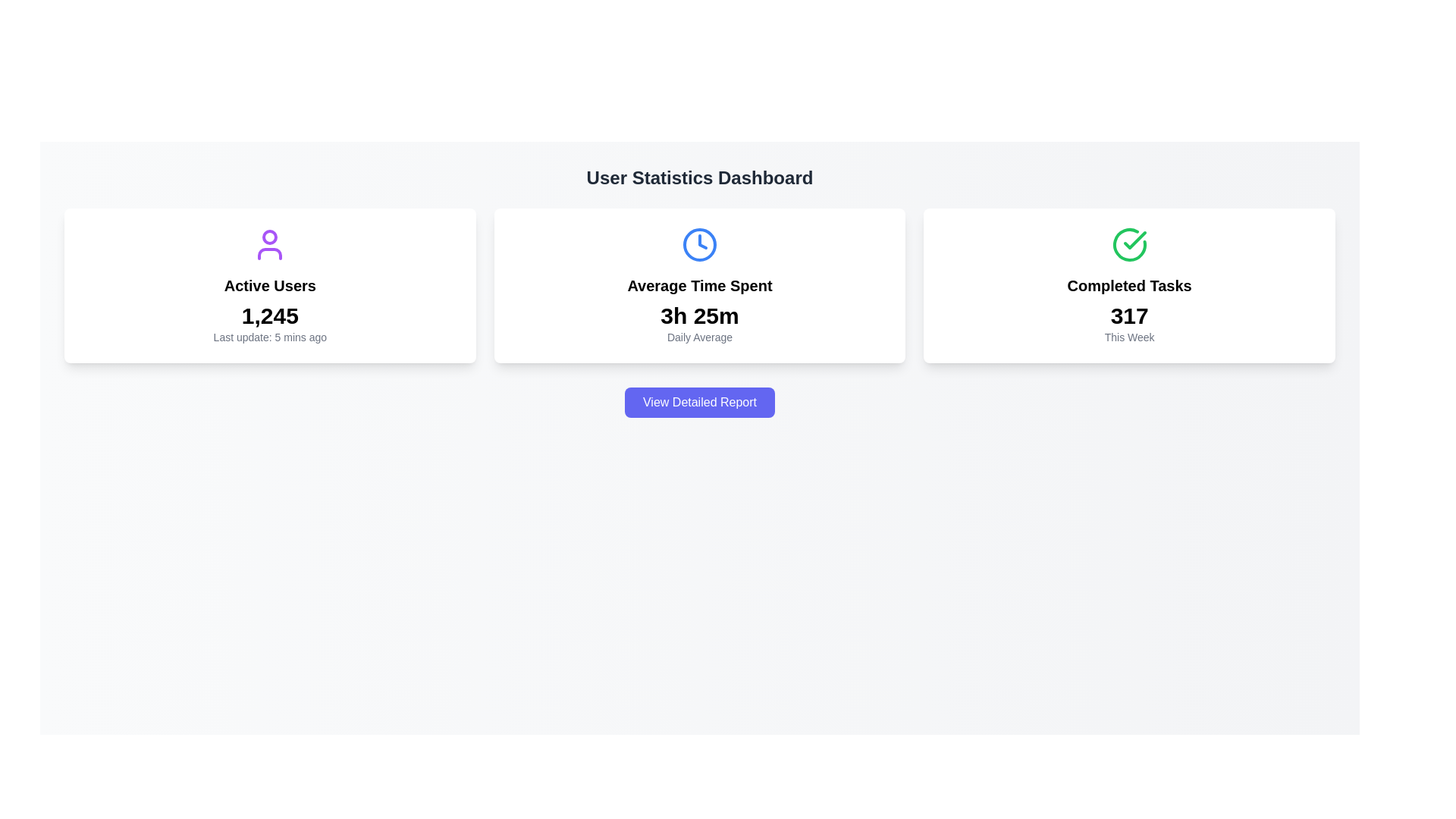 This screenshot has width=1456, height=819. Describe the element at coordinates (698, 402) in the screenshot. I see `the detailed report button located at the bottom center of the interface, below the three cards displaying statistics` at that location.